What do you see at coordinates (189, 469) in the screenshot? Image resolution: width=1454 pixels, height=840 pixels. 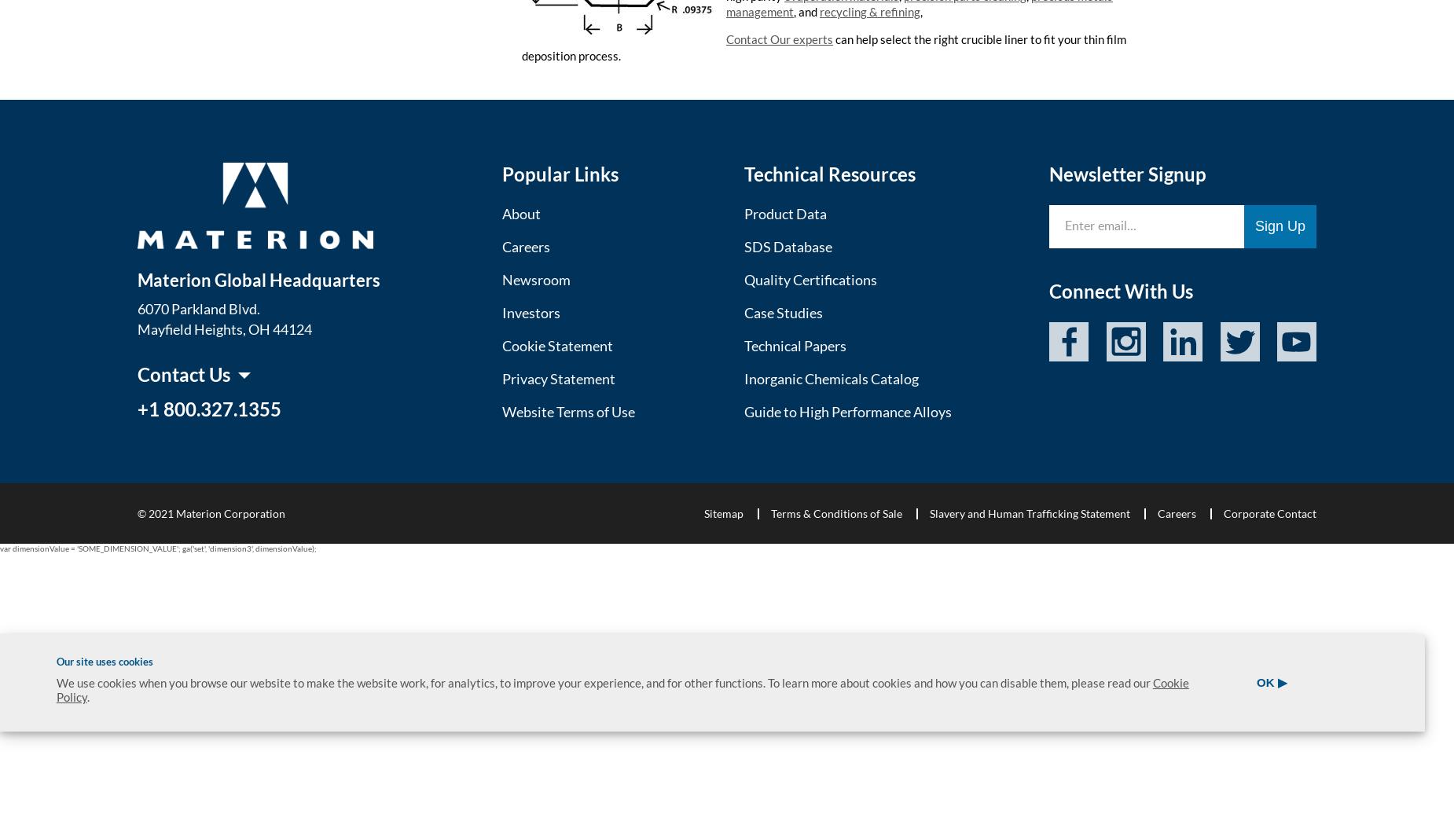 I see `'North America'` at bounding box center [189, 469].